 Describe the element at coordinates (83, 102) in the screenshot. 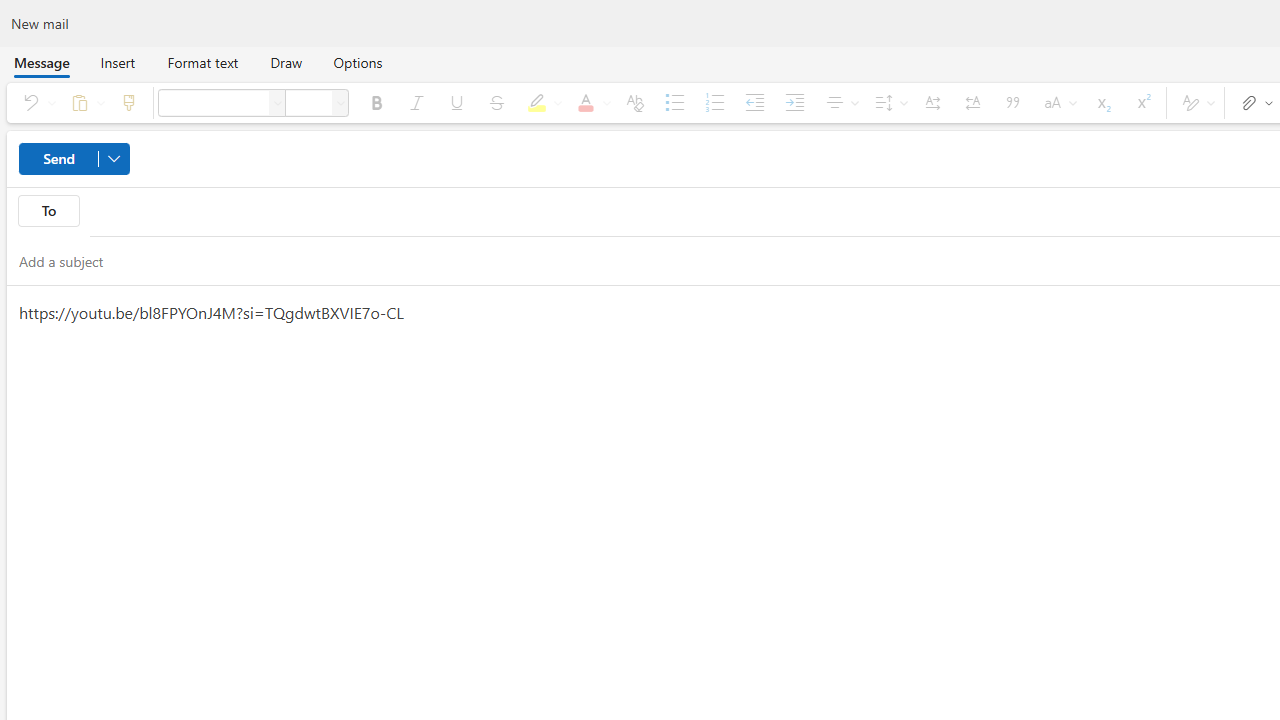

I see `'Paste'` at that location.